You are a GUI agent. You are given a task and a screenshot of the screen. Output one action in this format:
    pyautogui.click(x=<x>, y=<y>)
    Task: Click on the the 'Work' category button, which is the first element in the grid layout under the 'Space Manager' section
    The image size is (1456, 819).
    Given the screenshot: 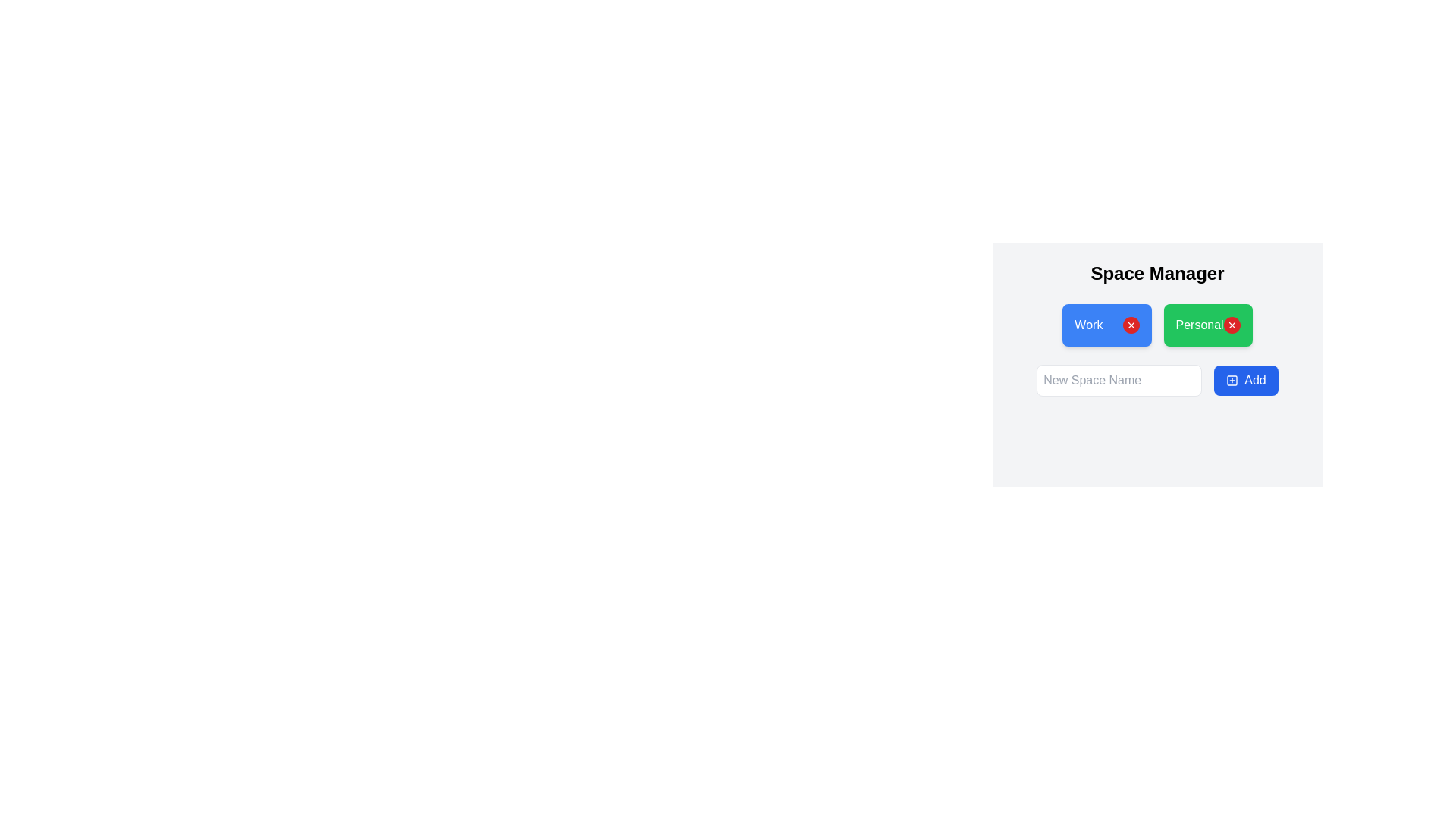 What is the action you would take?
    pyautogui.click(x=1106, y=324)
    